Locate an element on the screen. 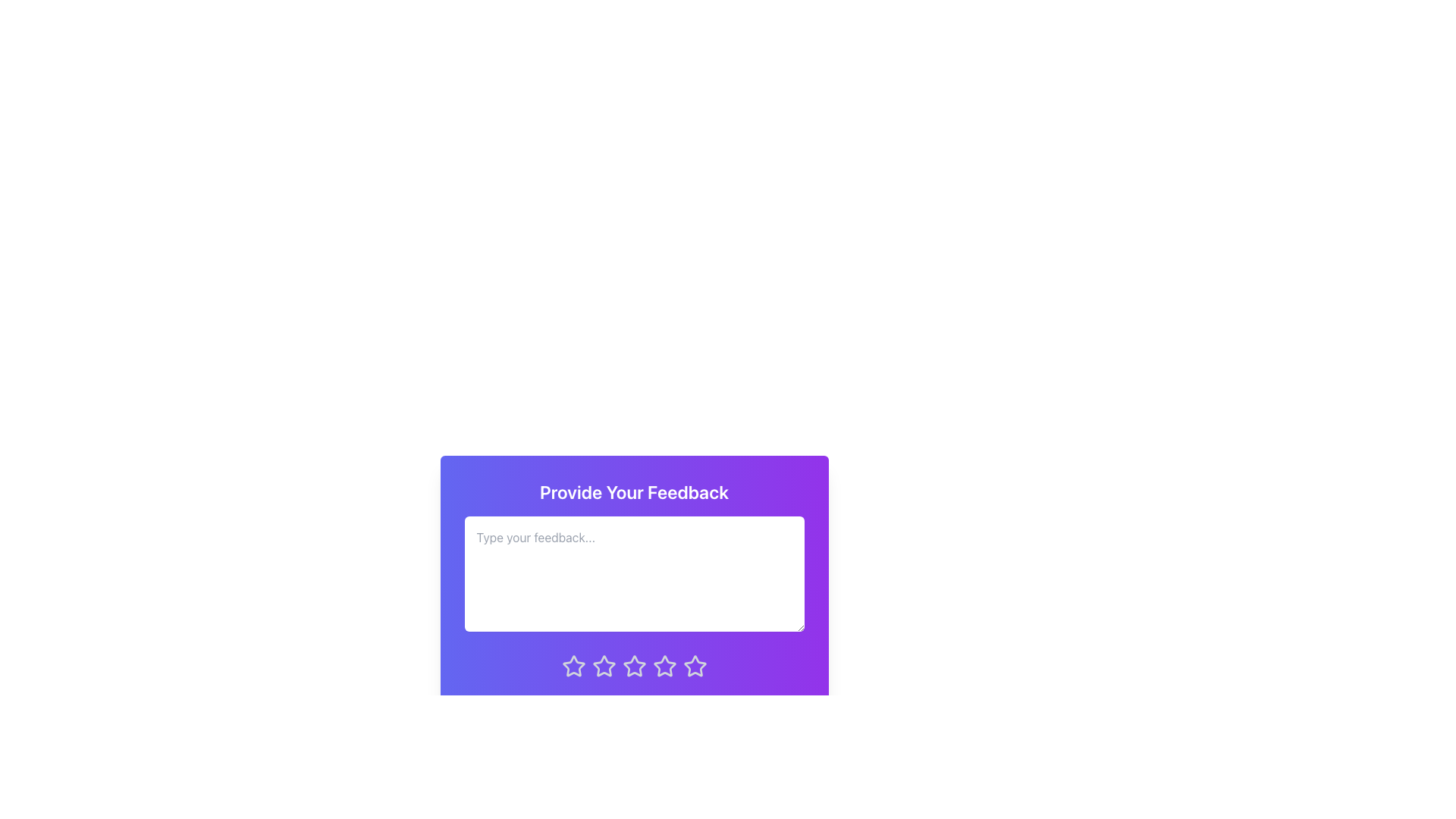  the first star icon in the rating system is located at coordinates (573, 665).